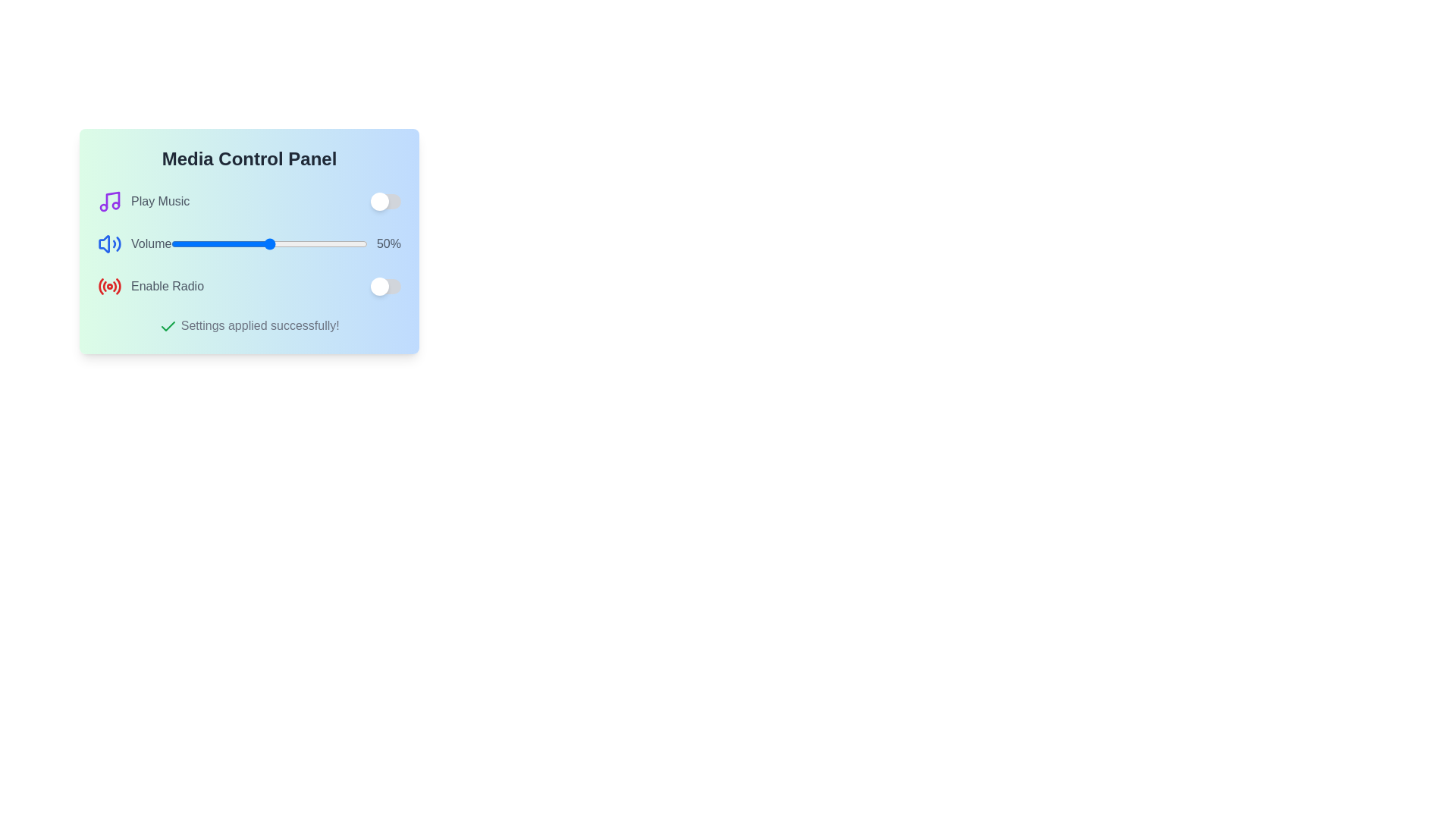  I want to click on the 'Play Music' text label styled in gray font, located in the Media Control Panel, adjacent to the purple musical note icon, so click(160, 201).